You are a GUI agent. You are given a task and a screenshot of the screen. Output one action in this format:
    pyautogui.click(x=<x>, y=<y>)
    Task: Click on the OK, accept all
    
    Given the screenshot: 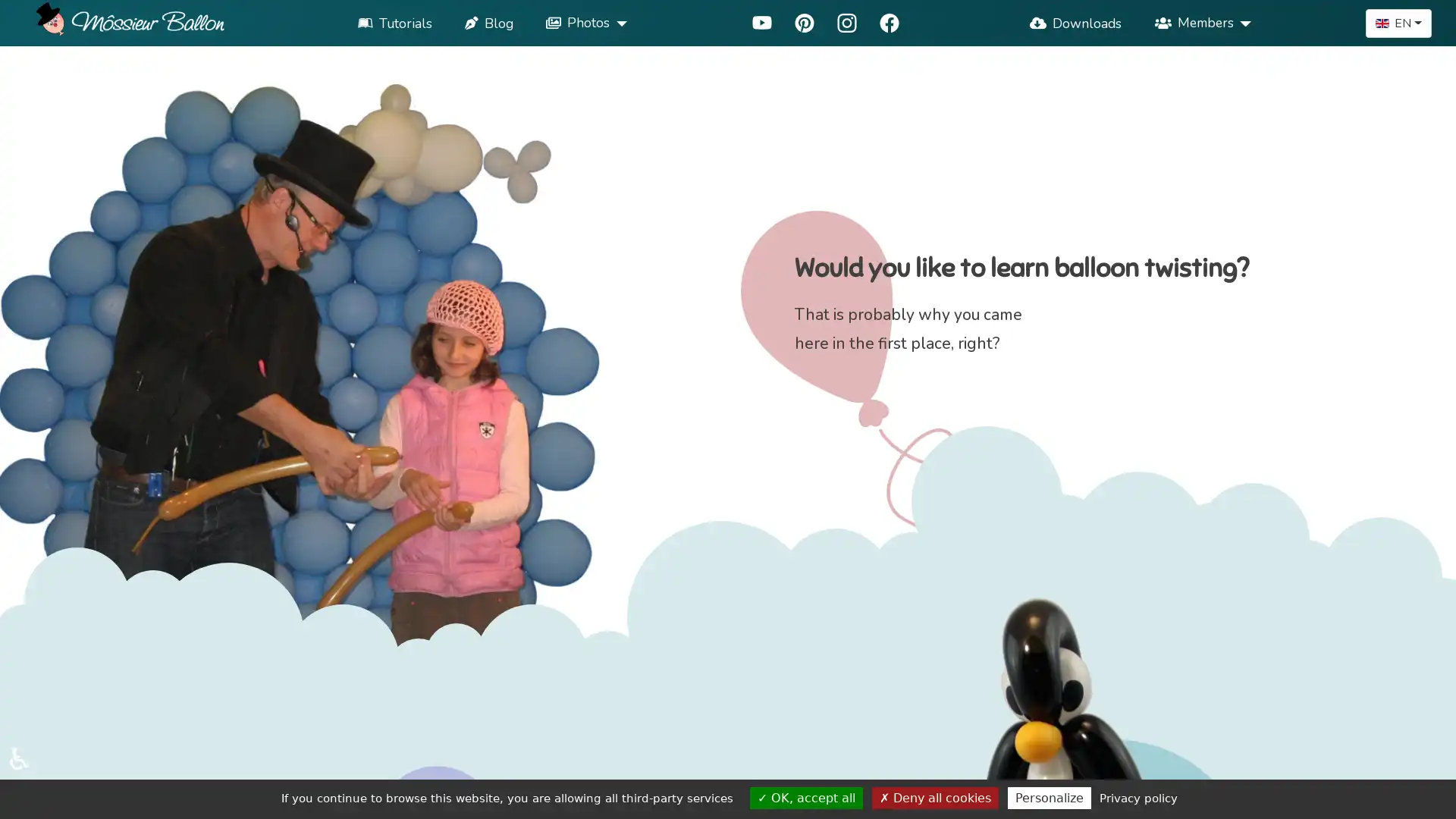 What is the action you would take?
    pyautogui.click(x=805, y=797)
    